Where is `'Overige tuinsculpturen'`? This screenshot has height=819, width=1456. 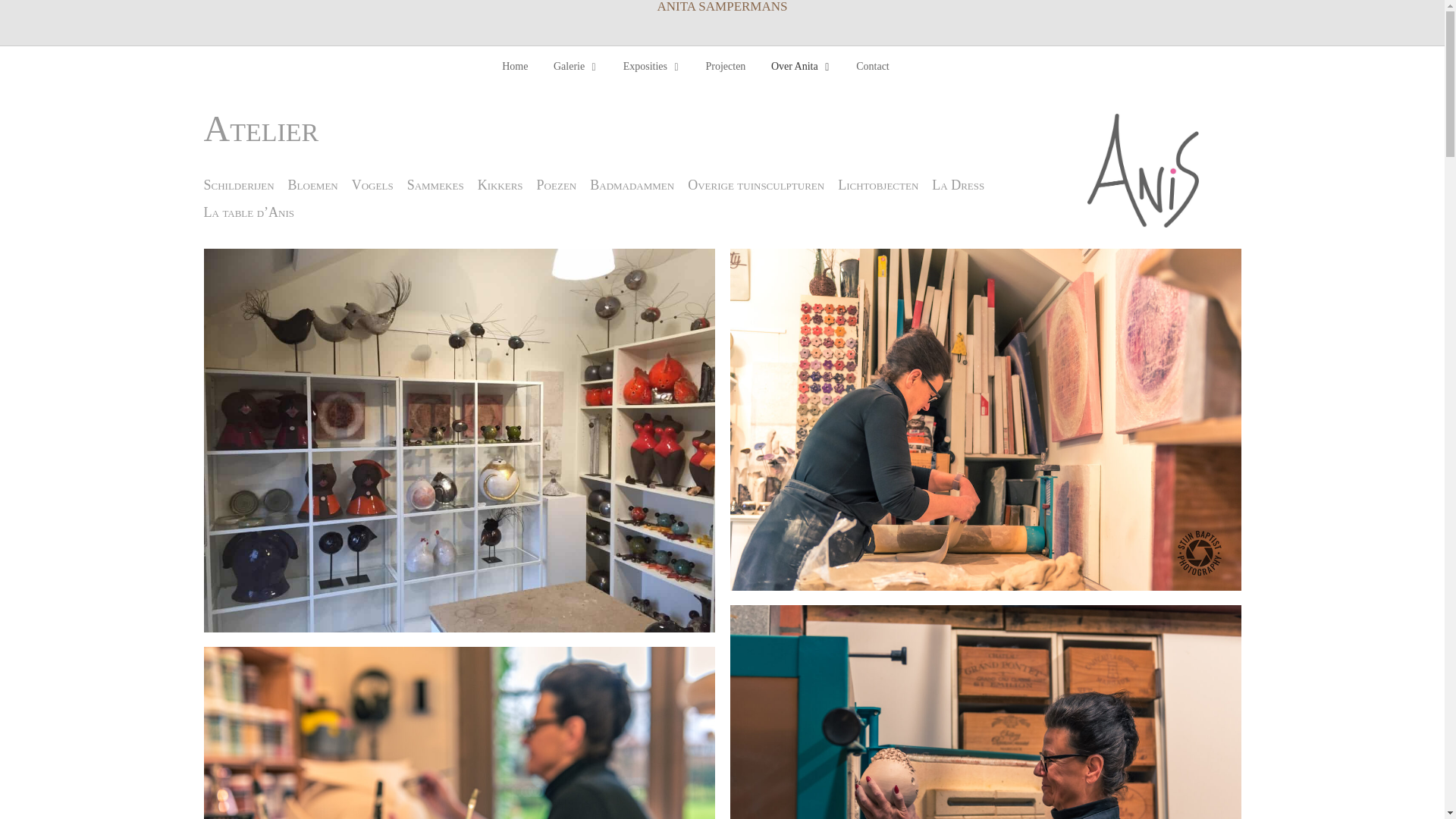 'Overige tuinsculpturen' is located at coordinates (756, 184).